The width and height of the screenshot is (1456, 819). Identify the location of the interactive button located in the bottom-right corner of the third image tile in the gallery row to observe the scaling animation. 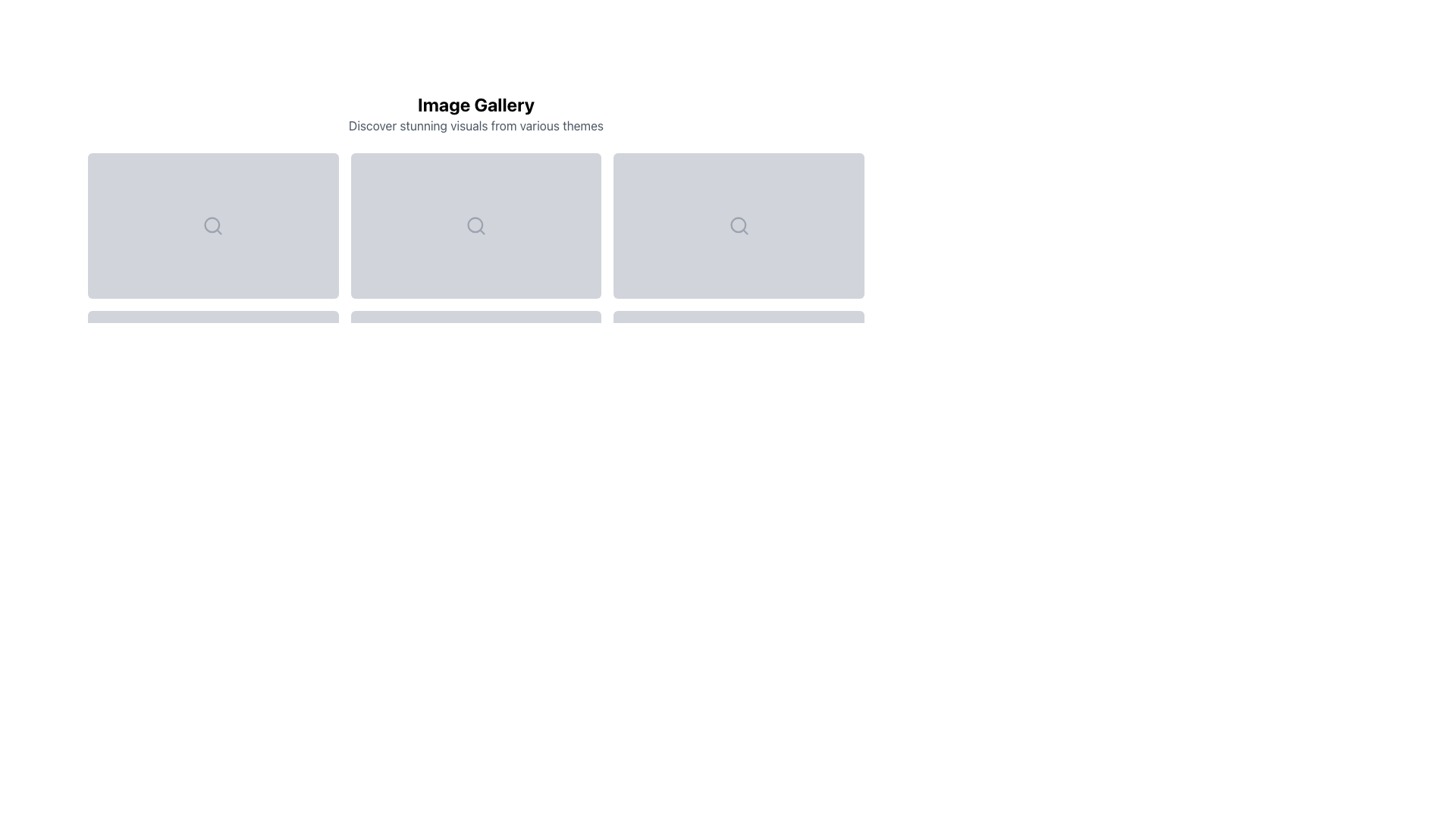
(836, 271).